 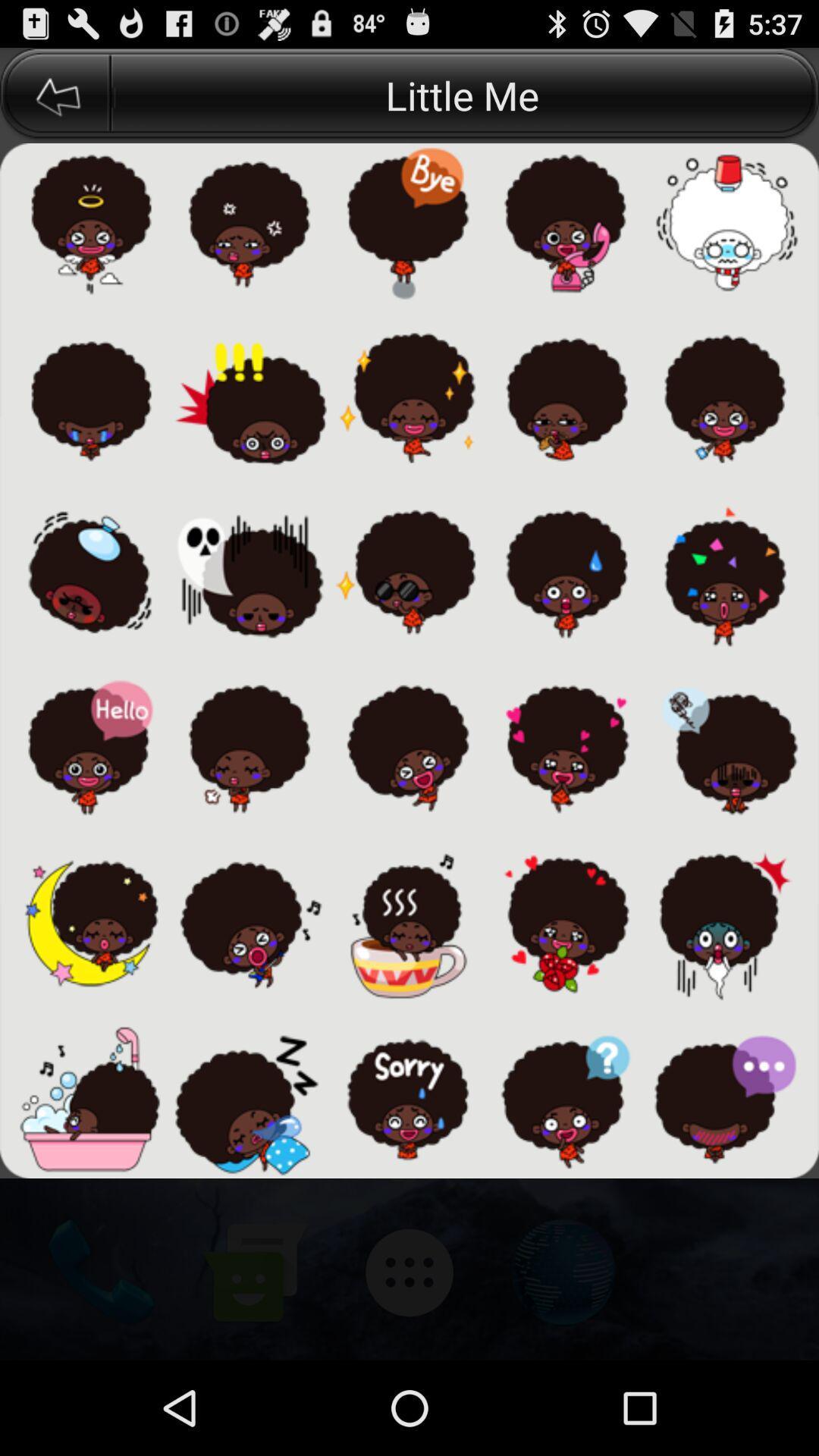 I want to click on the little me item, so click(x=464, y=94).